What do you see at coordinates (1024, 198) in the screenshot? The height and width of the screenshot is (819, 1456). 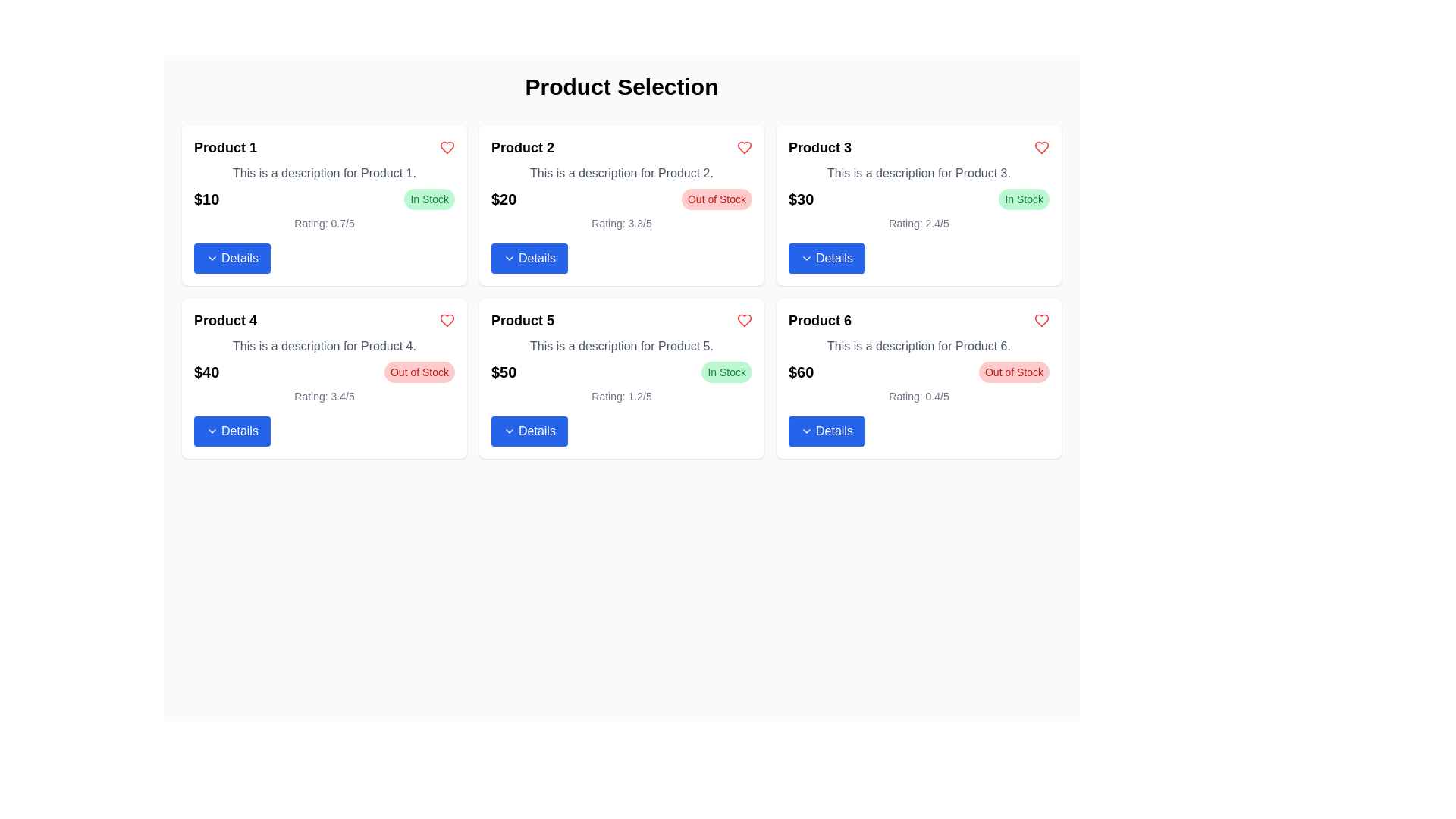 I see `the Status badge or label indicating the availability of the product in stock, located within the card titled 'Product 3' on the right side of the $30 price tag` at bounding box center [1024, 198].